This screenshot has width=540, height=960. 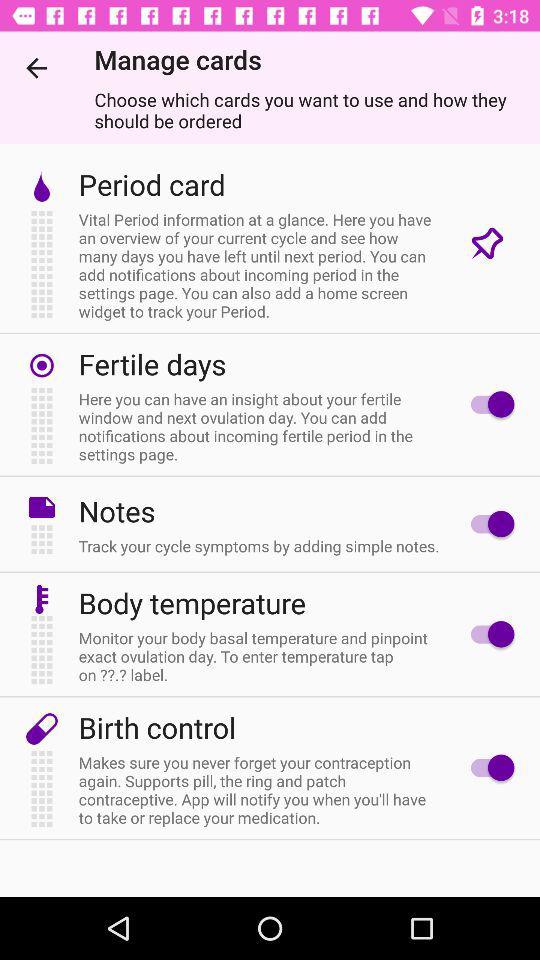 What do you see at coordinates (486, 633) in the screenshot?
I see `body temperature` at bounding box center [486, 633].